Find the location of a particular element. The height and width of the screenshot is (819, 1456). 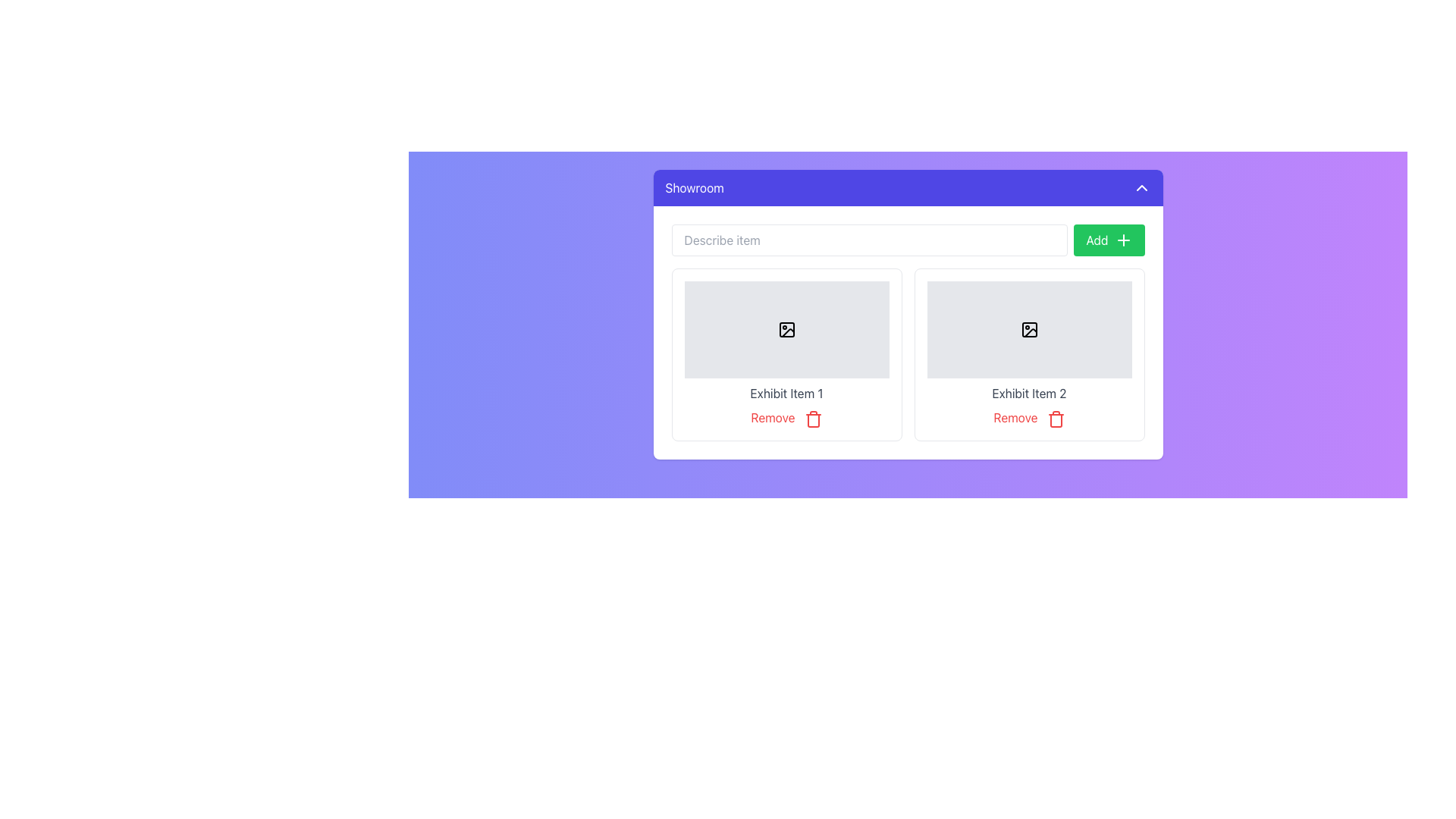

the upward-pointing chevron icon in the top-right corner of the 'Showroom' header bar for accessibility purposes is located at coordinates (1141, 187).